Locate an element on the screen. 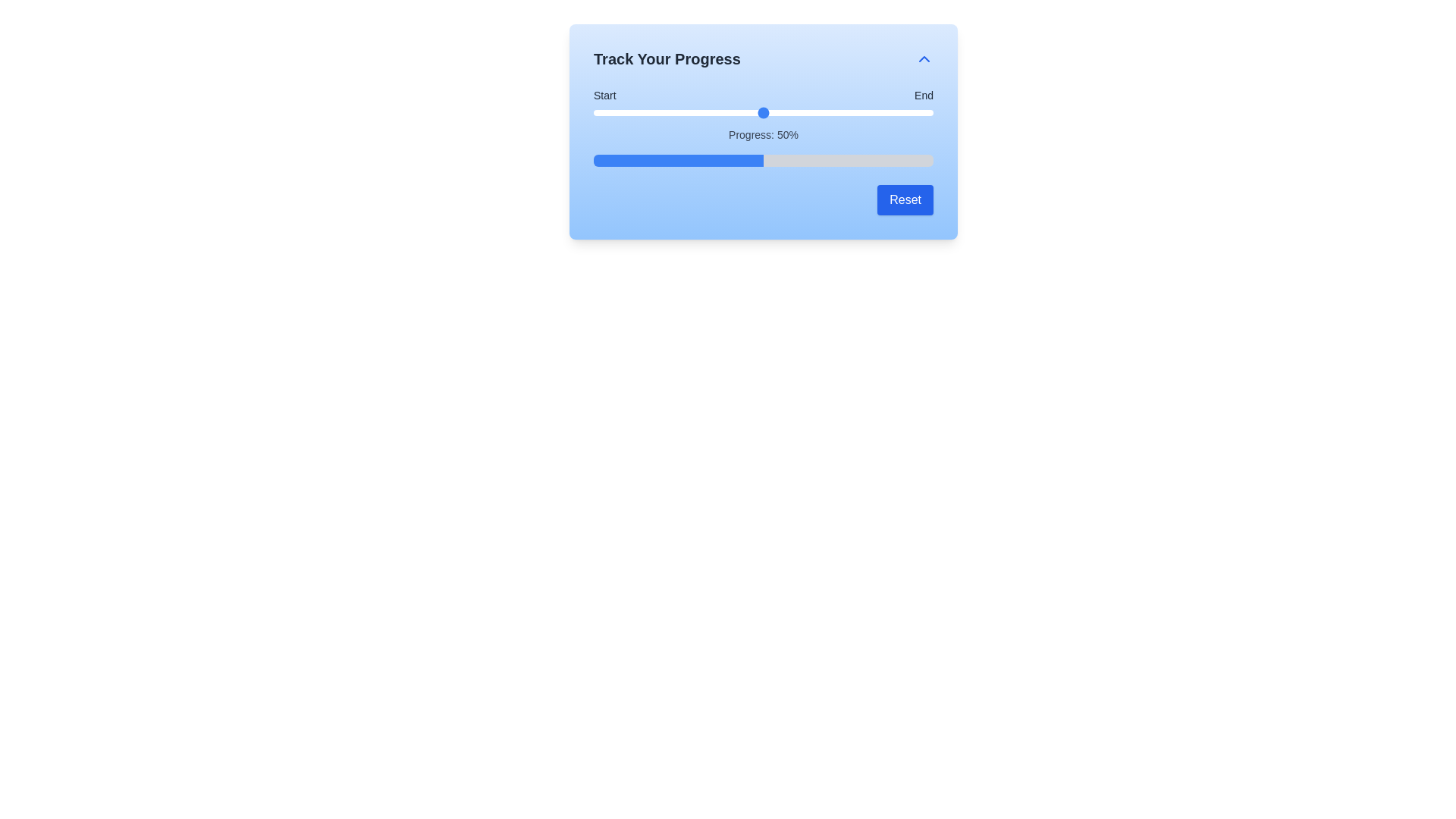 This screenshot has height=819, width=1456. the progress slider to 1% is located at coordinates (596, 112).